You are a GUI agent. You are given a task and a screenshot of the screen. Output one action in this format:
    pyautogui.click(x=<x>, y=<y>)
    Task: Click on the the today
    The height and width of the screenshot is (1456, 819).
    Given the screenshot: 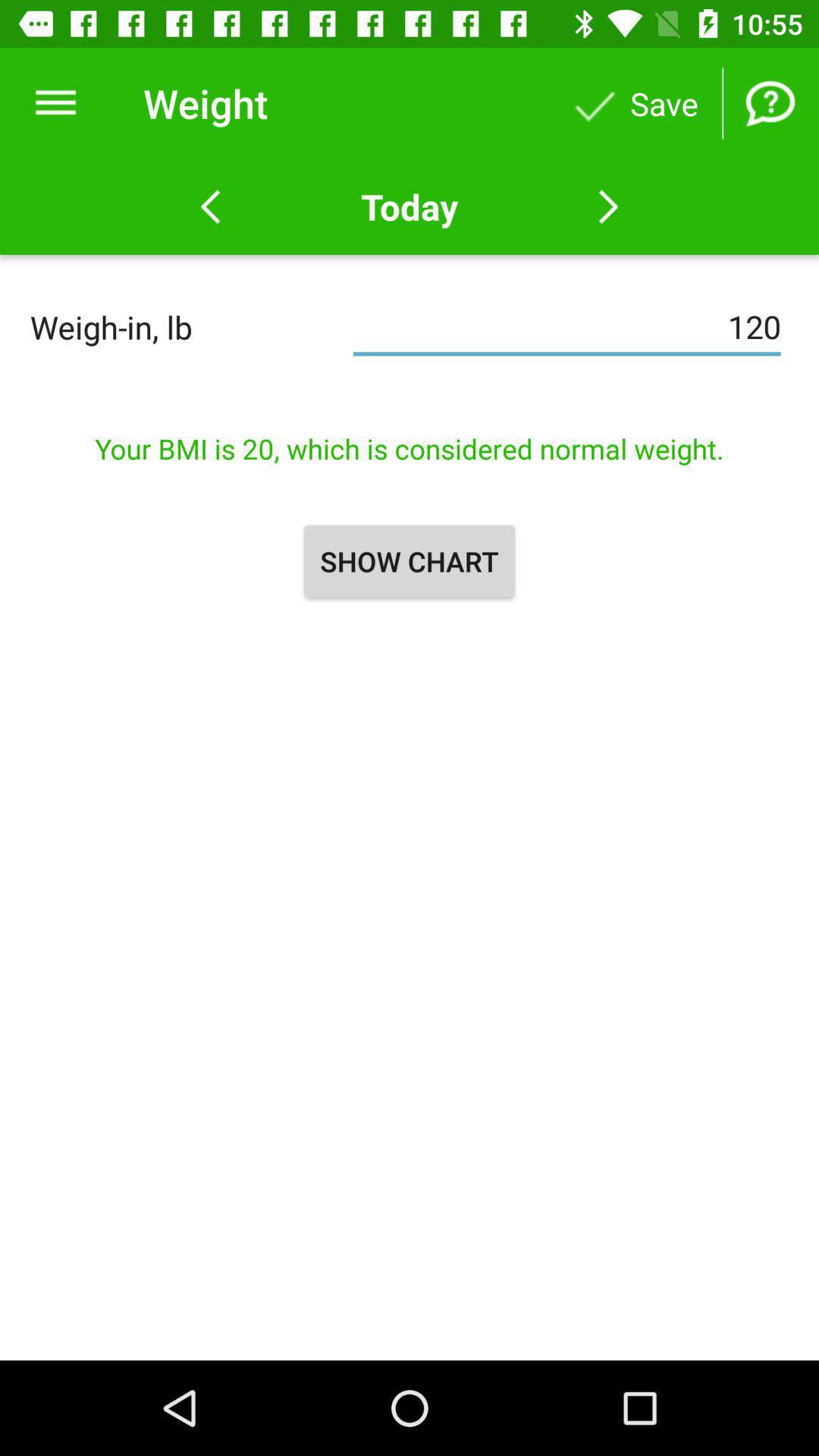 What is the action you would take?
    pyautogui.click(x=409, y=206)
    